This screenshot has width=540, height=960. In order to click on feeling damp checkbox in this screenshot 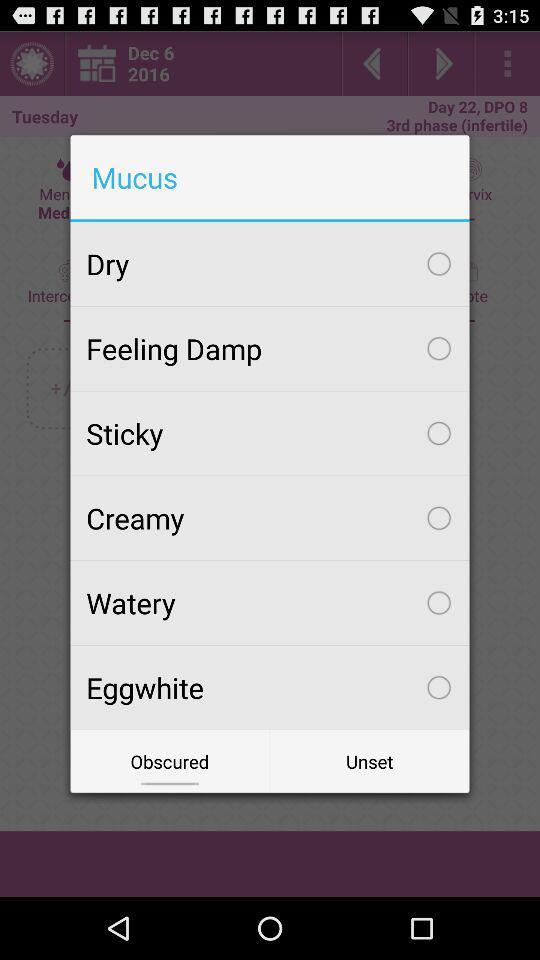, I will do `click(270, 348)`.